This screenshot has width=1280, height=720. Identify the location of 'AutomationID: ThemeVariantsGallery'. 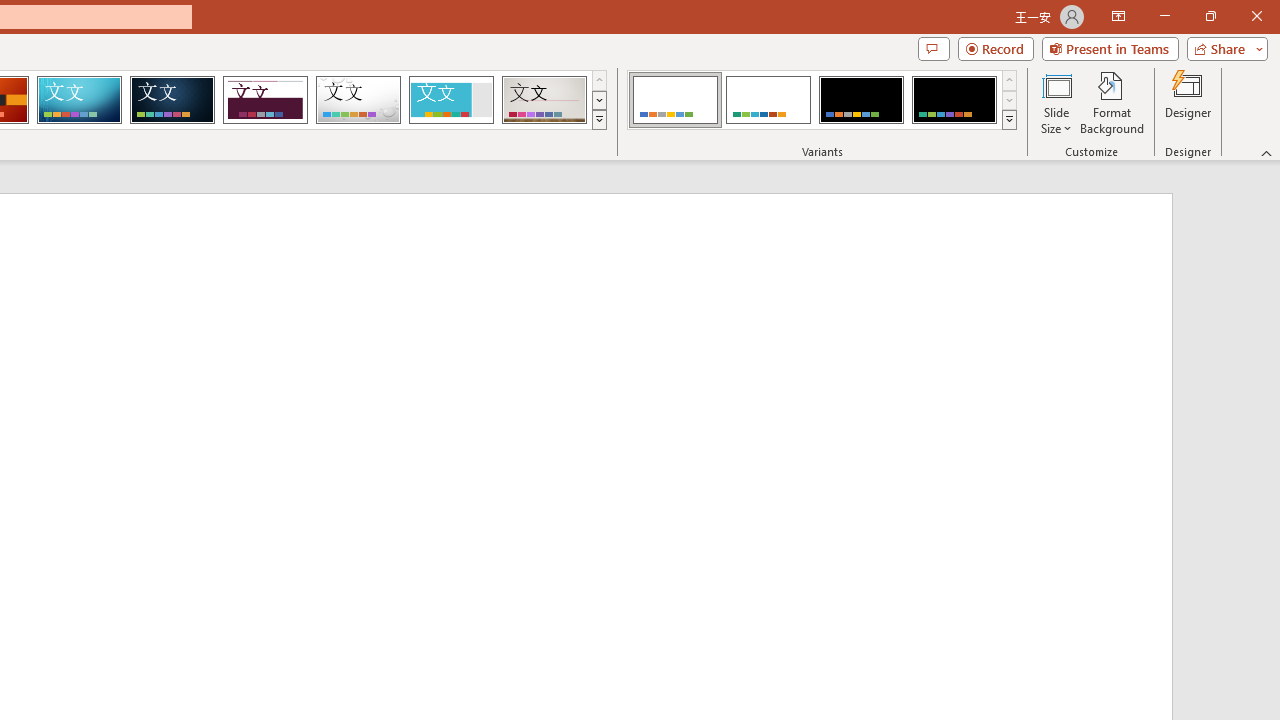
(823, 100).